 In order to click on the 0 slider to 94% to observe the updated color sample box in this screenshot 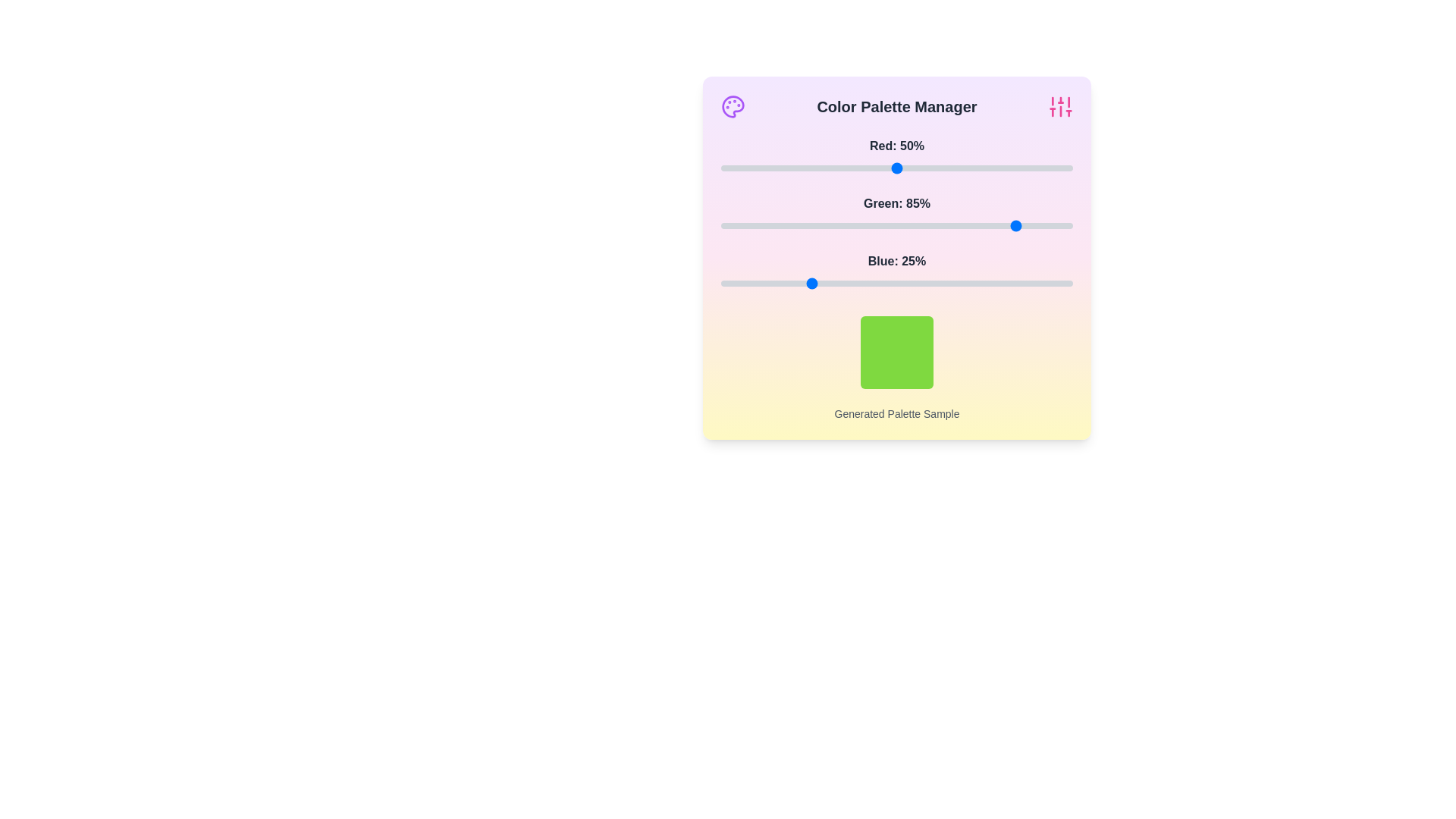, I will do `click(1051, 168)`.